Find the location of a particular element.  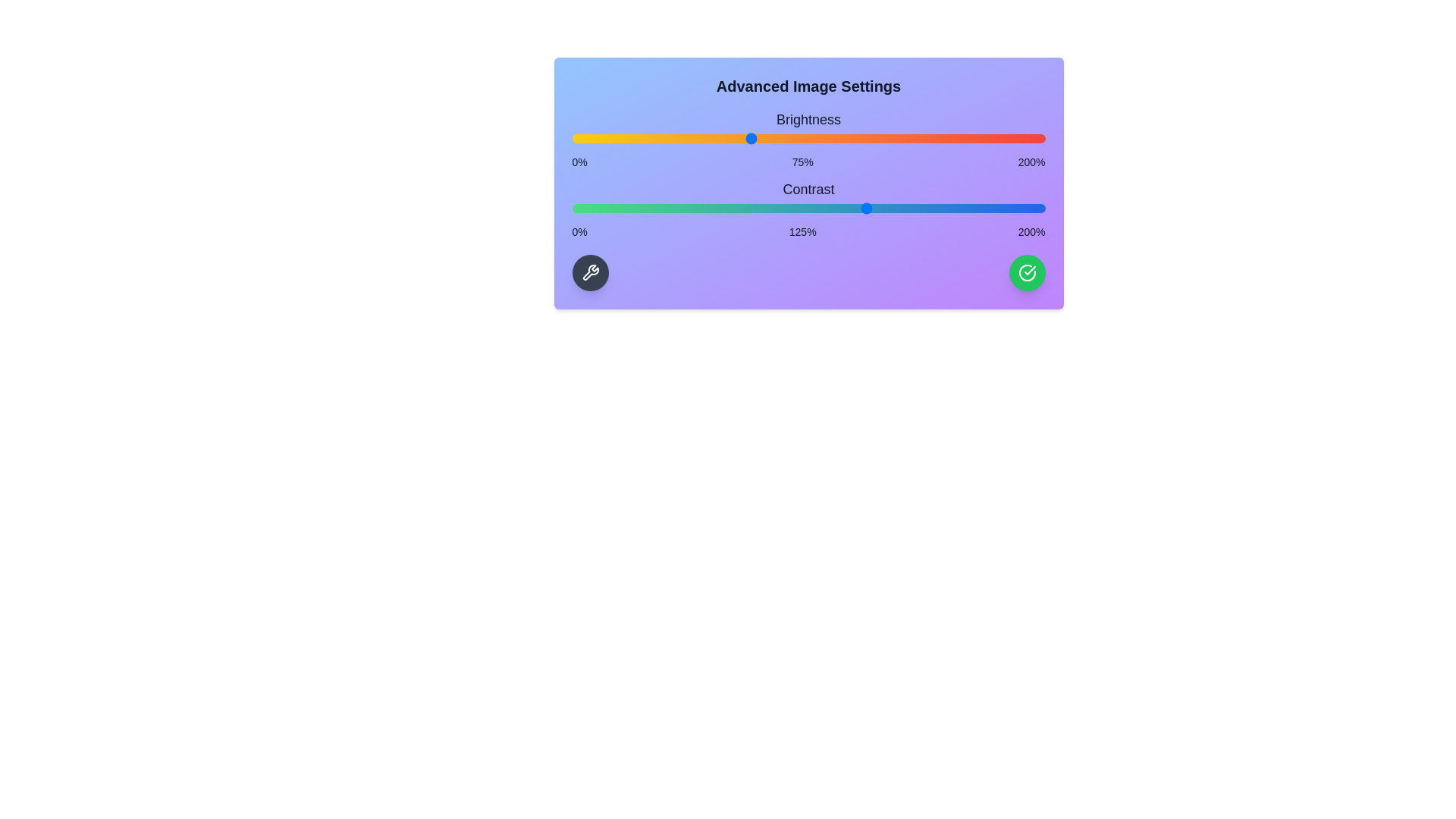

the brightness slider to 66% is located at coordinates (728, 138).